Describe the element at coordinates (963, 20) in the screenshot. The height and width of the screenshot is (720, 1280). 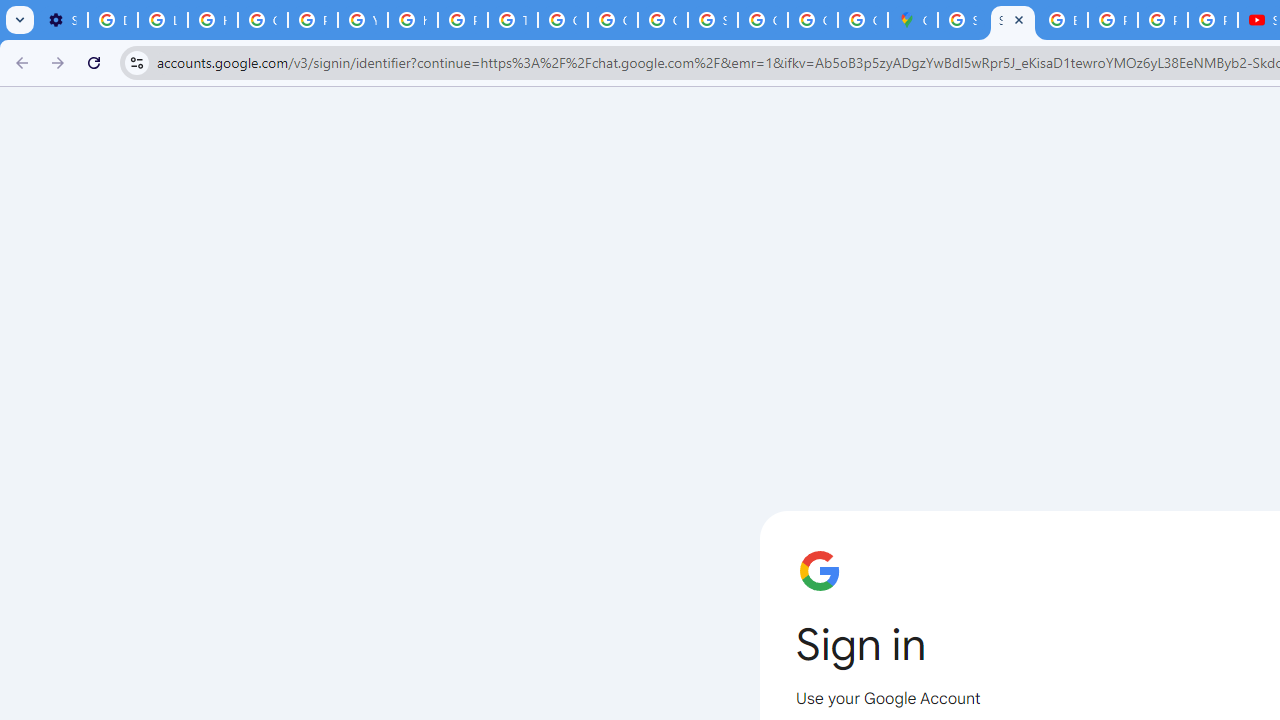
I see `'Sign in - Google Accounts'` at that location.